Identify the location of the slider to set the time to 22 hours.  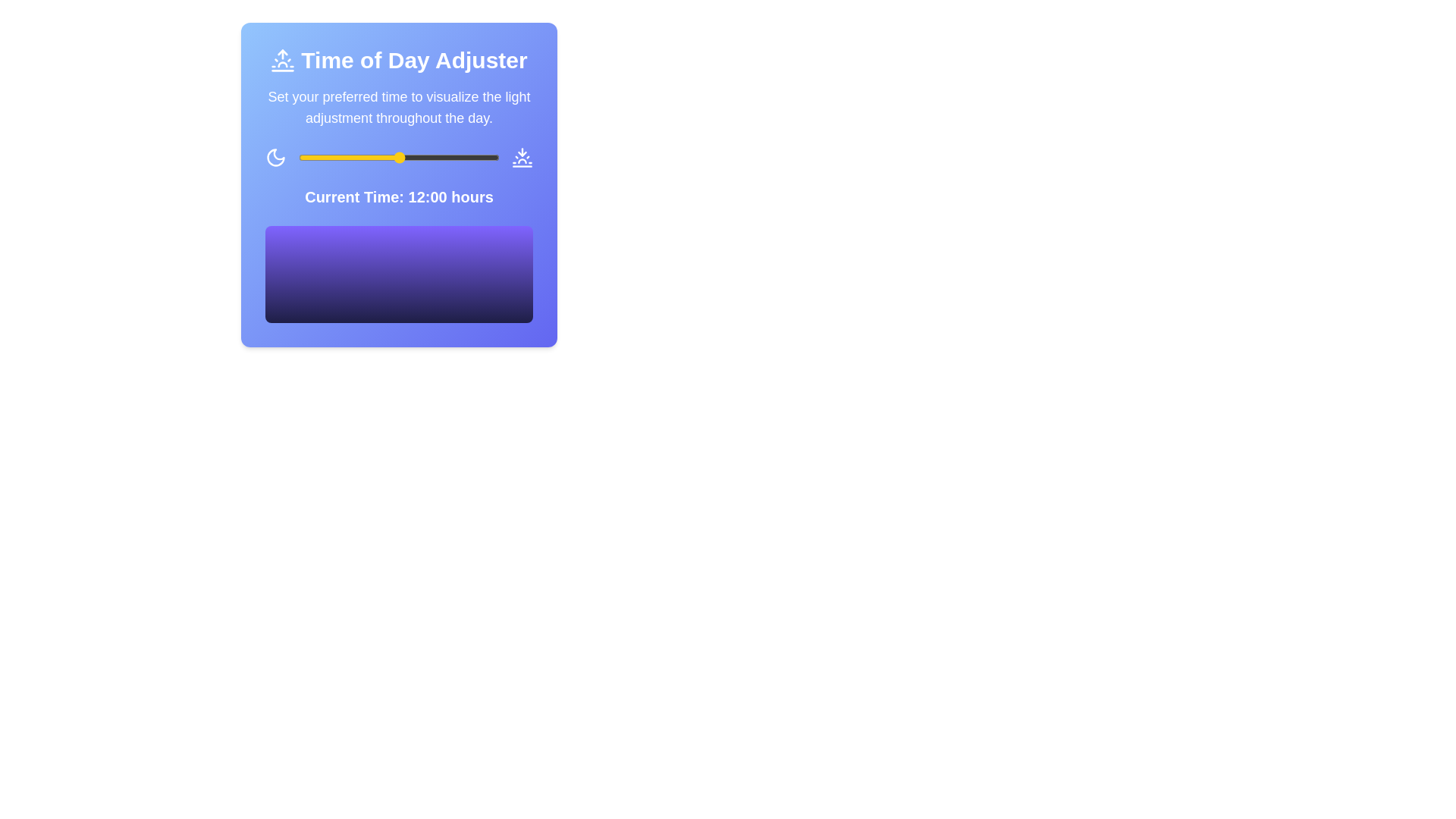
(482, 158).